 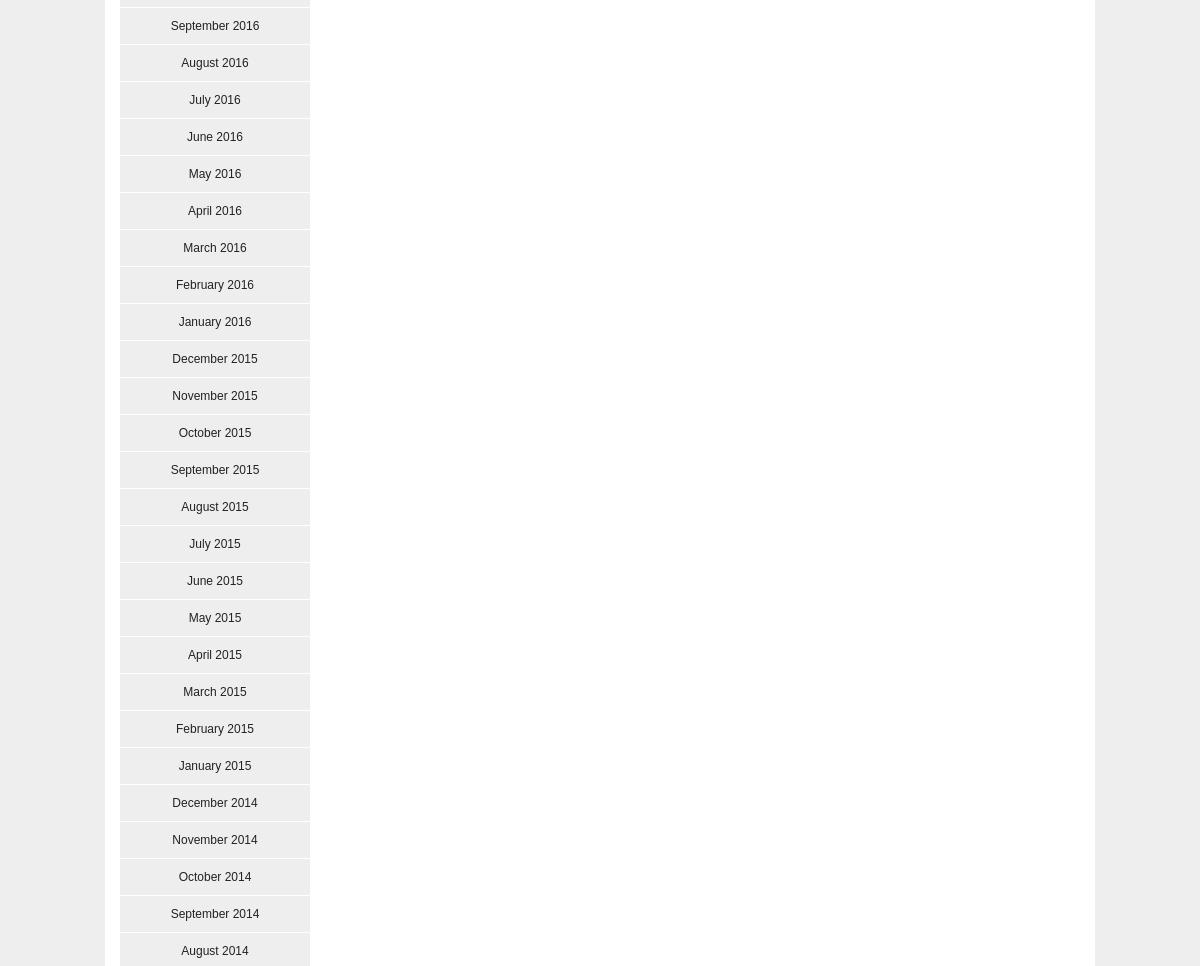 I want to click on 'August 2016', so click(x=213, y=62).